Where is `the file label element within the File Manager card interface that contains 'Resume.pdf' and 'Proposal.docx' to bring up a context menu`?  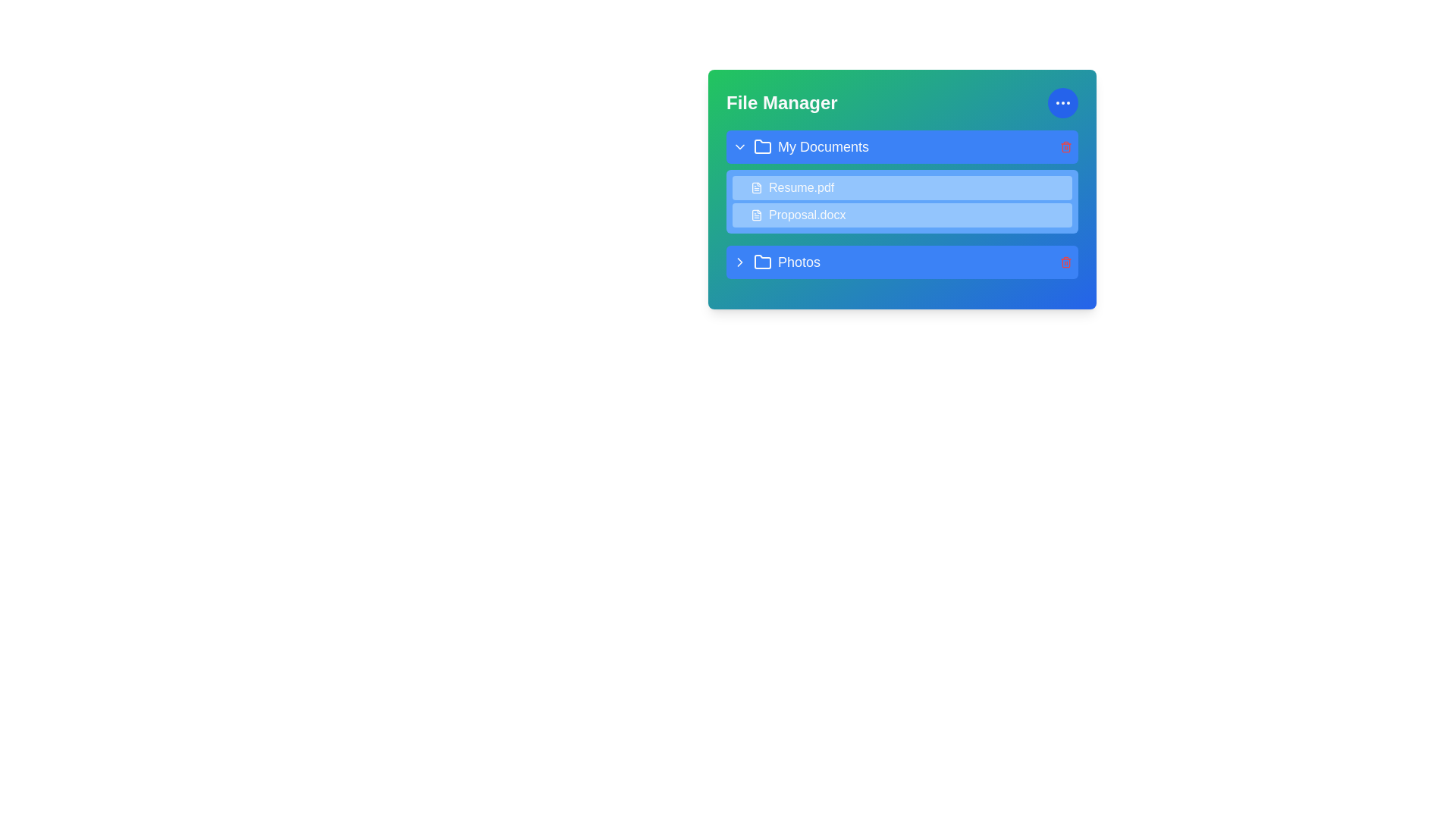
the file label element within the File Manager card interface that contains 'Resume.pdf' and 'Proposal.docx' to bring up a context menu is located at coordinates (902, 205).